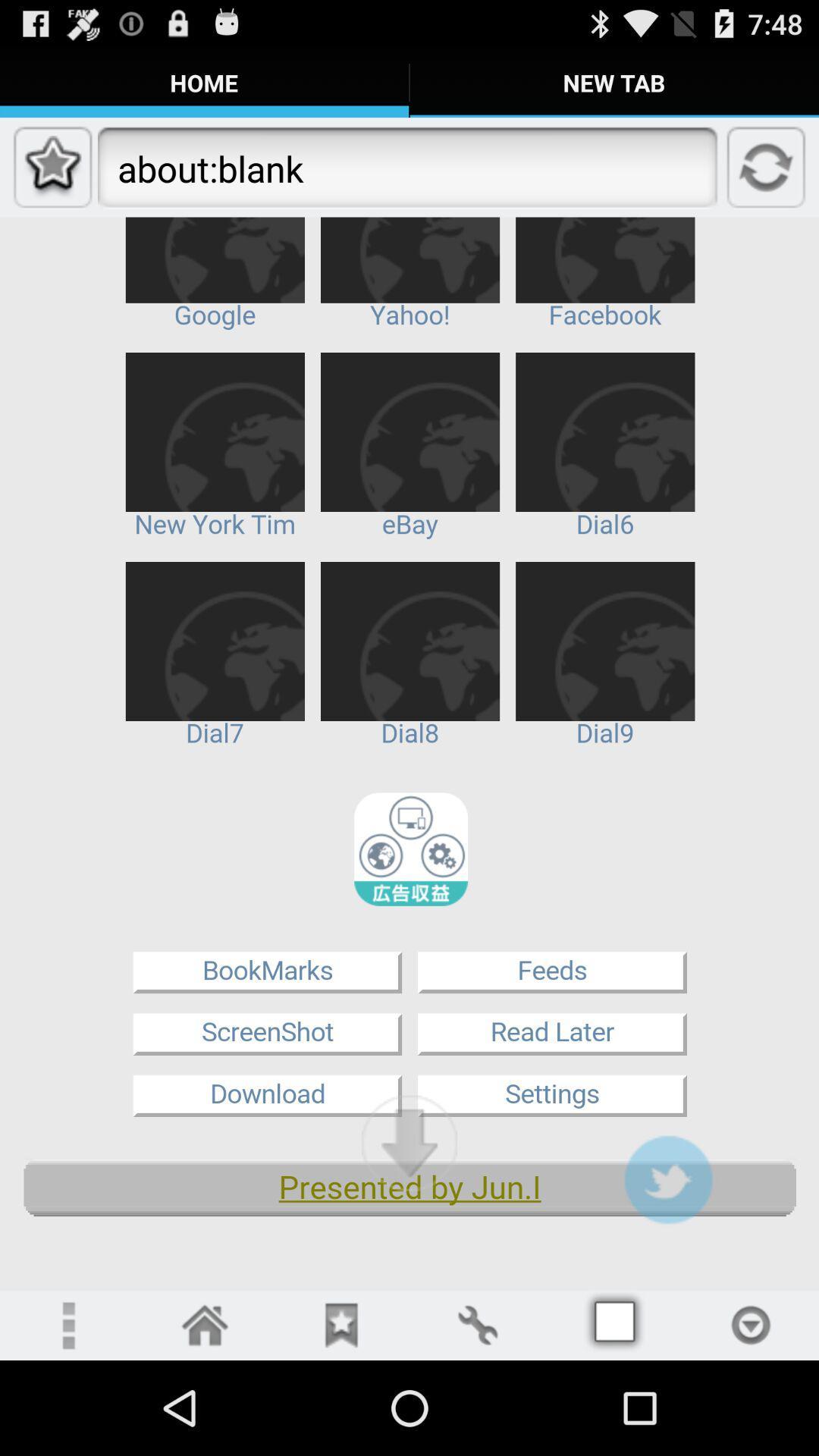 The height and width of the screenshot is (1456, 819). Describe the element at coordinates (667, 1178) in the screenshot. I see `twitter symbol` at that location.